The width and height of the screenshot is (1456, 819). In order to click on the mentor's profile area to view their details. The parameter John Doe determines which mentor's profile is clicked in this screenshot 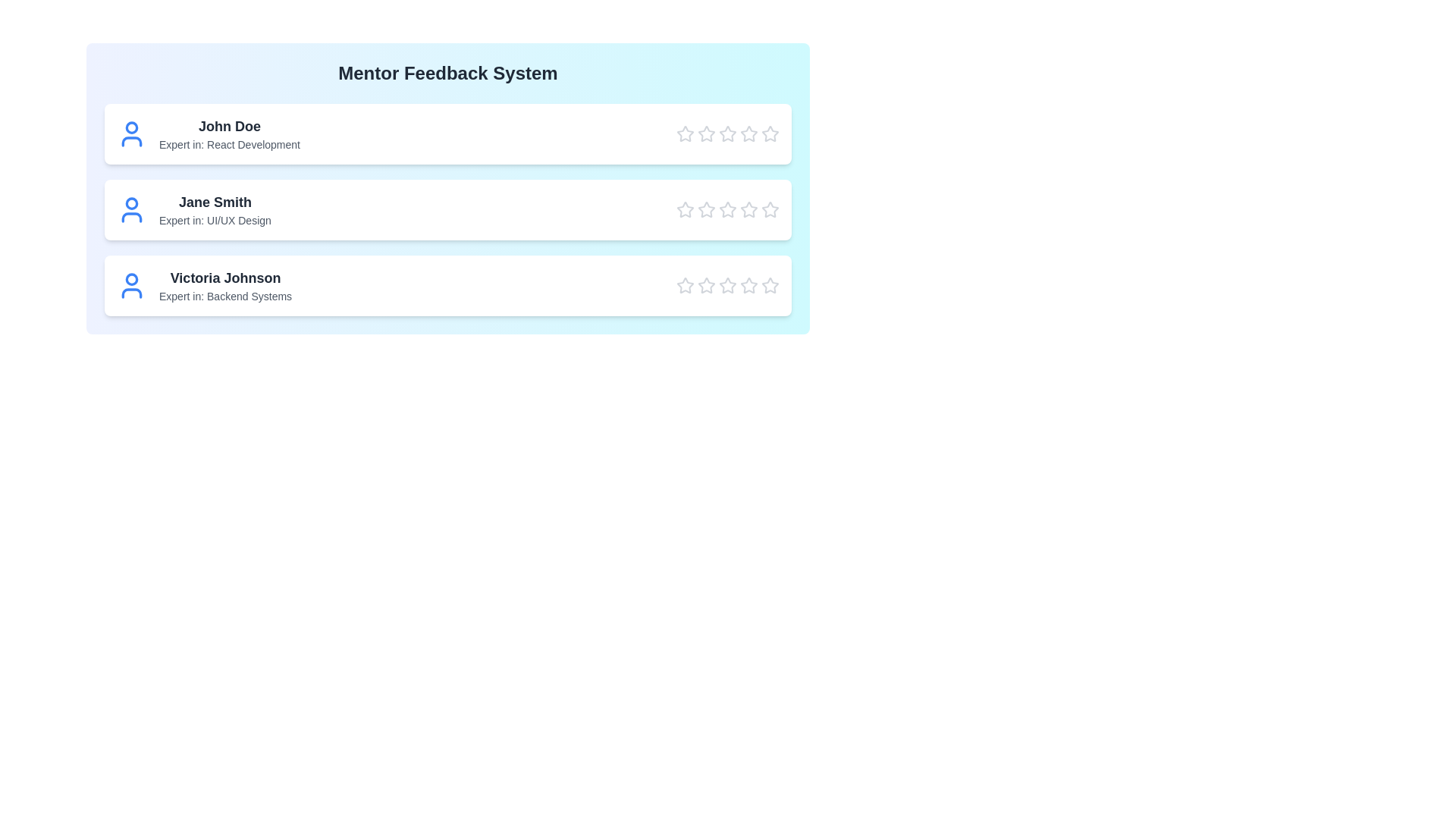, I will do `click(228, 125)`.